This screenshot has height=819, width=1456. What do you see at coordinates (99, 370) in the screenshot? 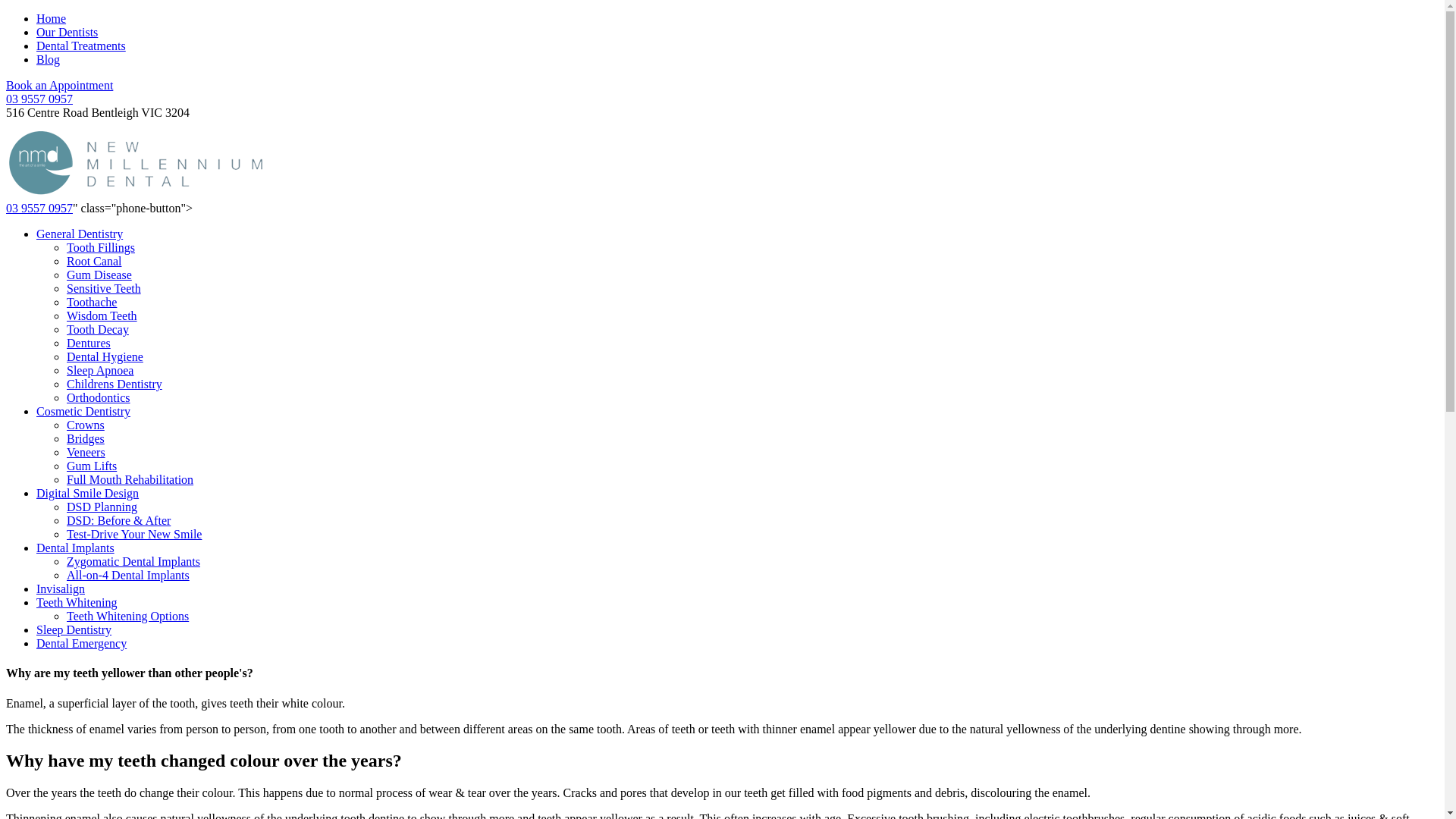
I see `'Sleep Apnoea'` at bounding box center [99, 370].